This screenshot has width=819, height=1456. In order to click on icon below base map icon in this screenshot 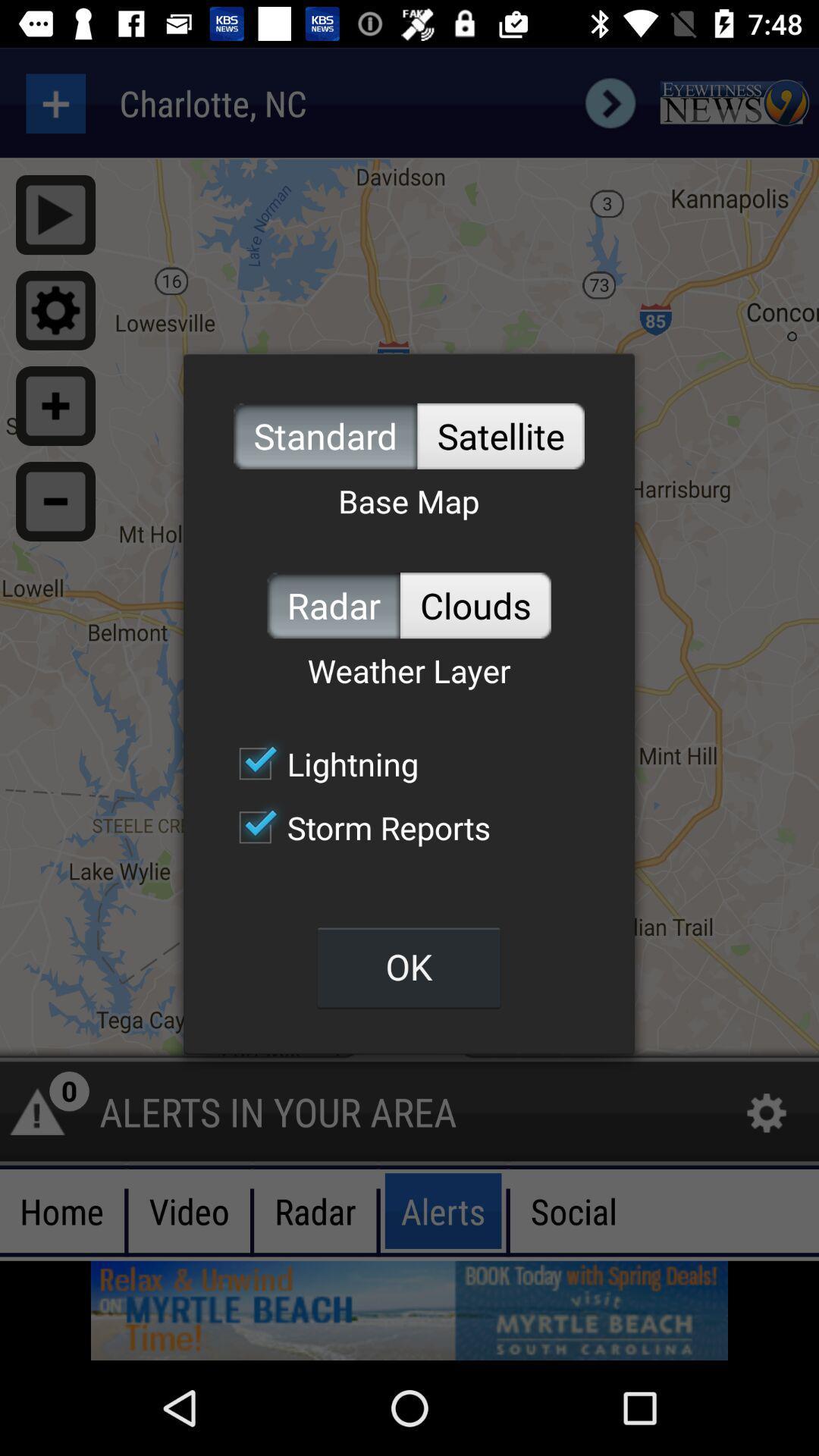, I will do `click(475, 604)`.